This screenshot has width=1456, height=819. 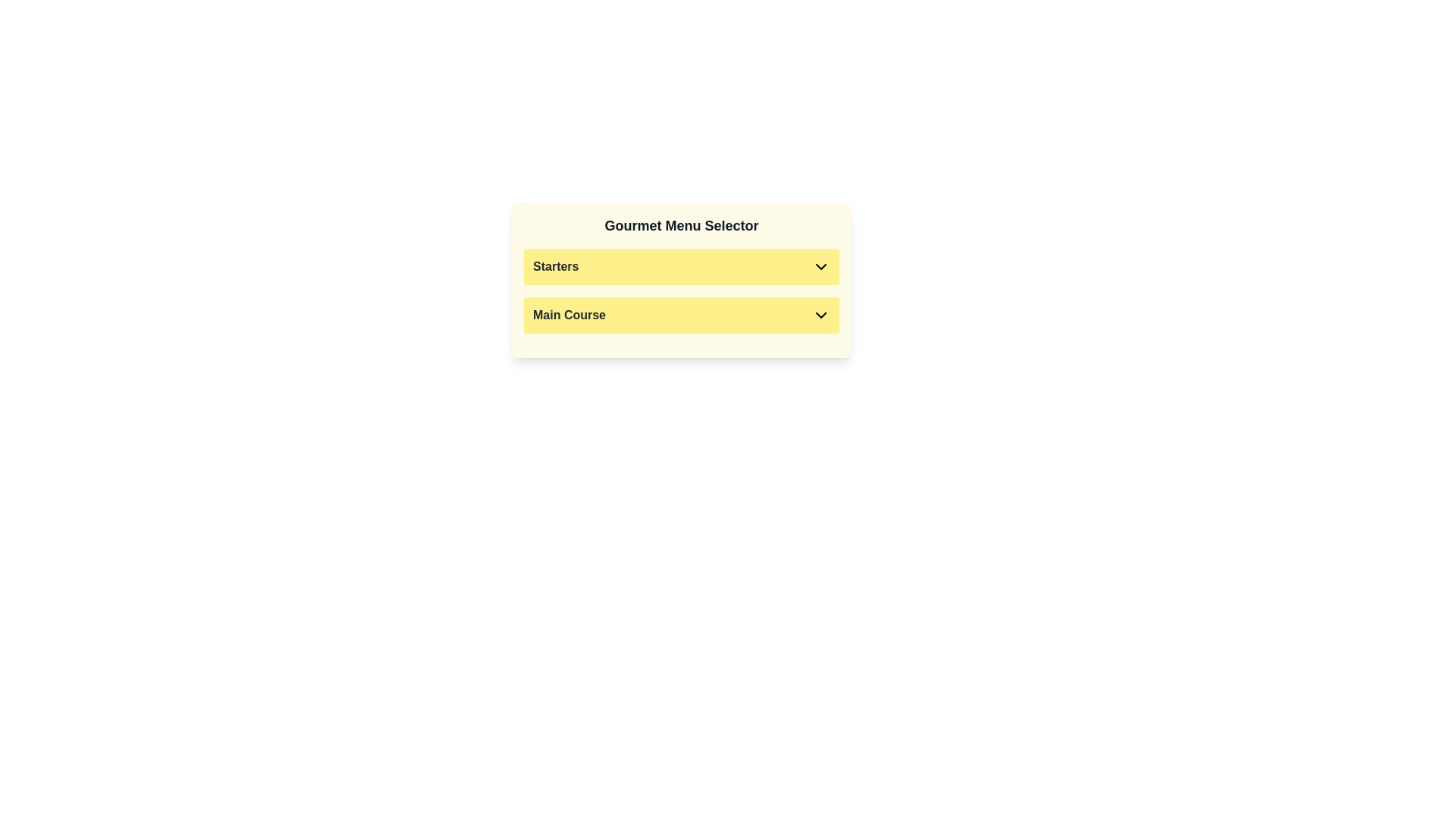 What do you see at coordinates (680, 265) in the screenshot?
I see `the first dropdown menu within the 'Gourmet Menu Selector' section` at bounding box center [680, 265].